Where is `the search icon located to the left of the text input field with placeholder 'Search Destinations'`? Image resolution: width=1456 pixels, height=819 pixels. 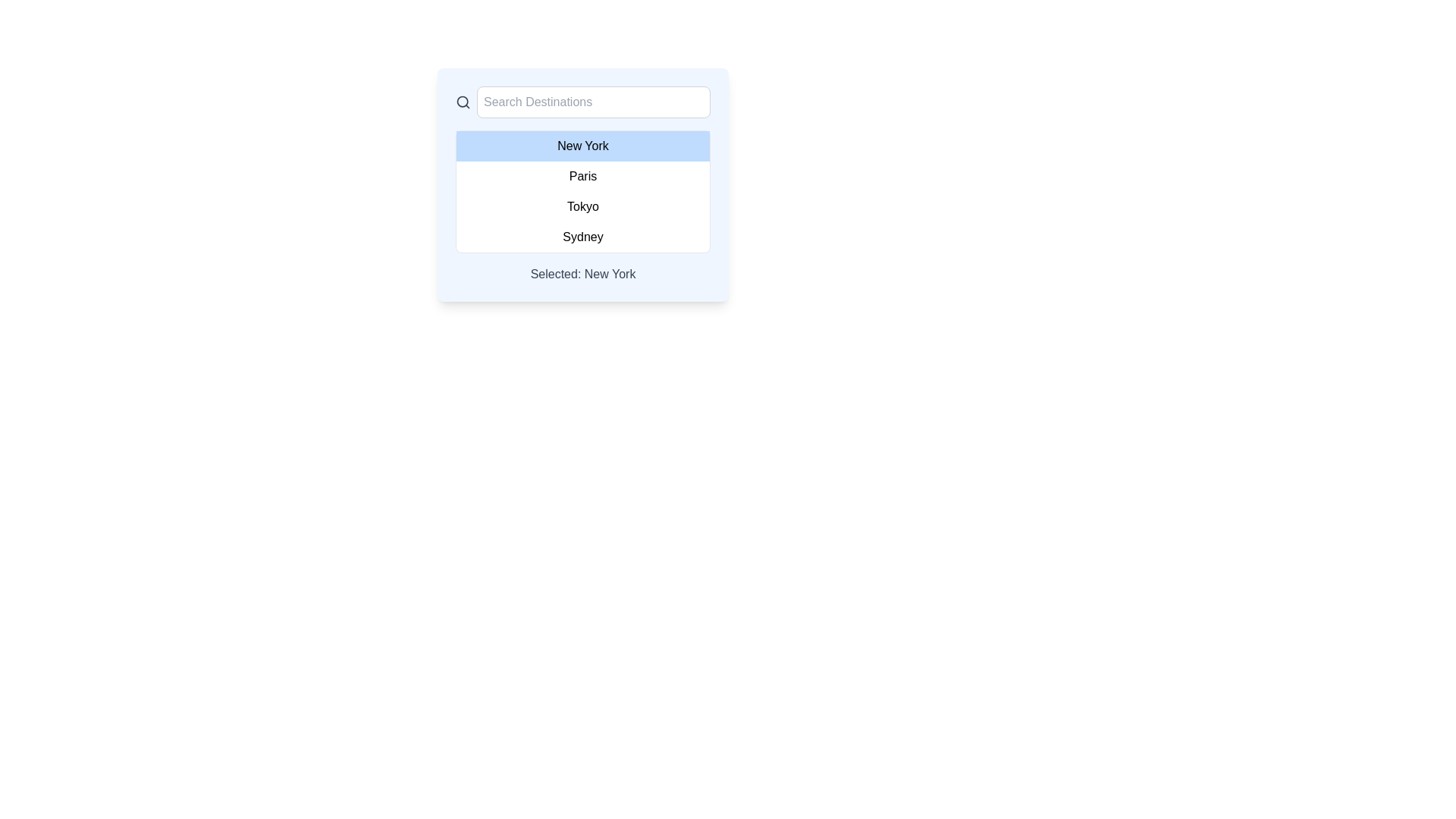 the search icon located to the left of the text input field with placeholder 'Search Destinations' is located at coordinates (462, 102).